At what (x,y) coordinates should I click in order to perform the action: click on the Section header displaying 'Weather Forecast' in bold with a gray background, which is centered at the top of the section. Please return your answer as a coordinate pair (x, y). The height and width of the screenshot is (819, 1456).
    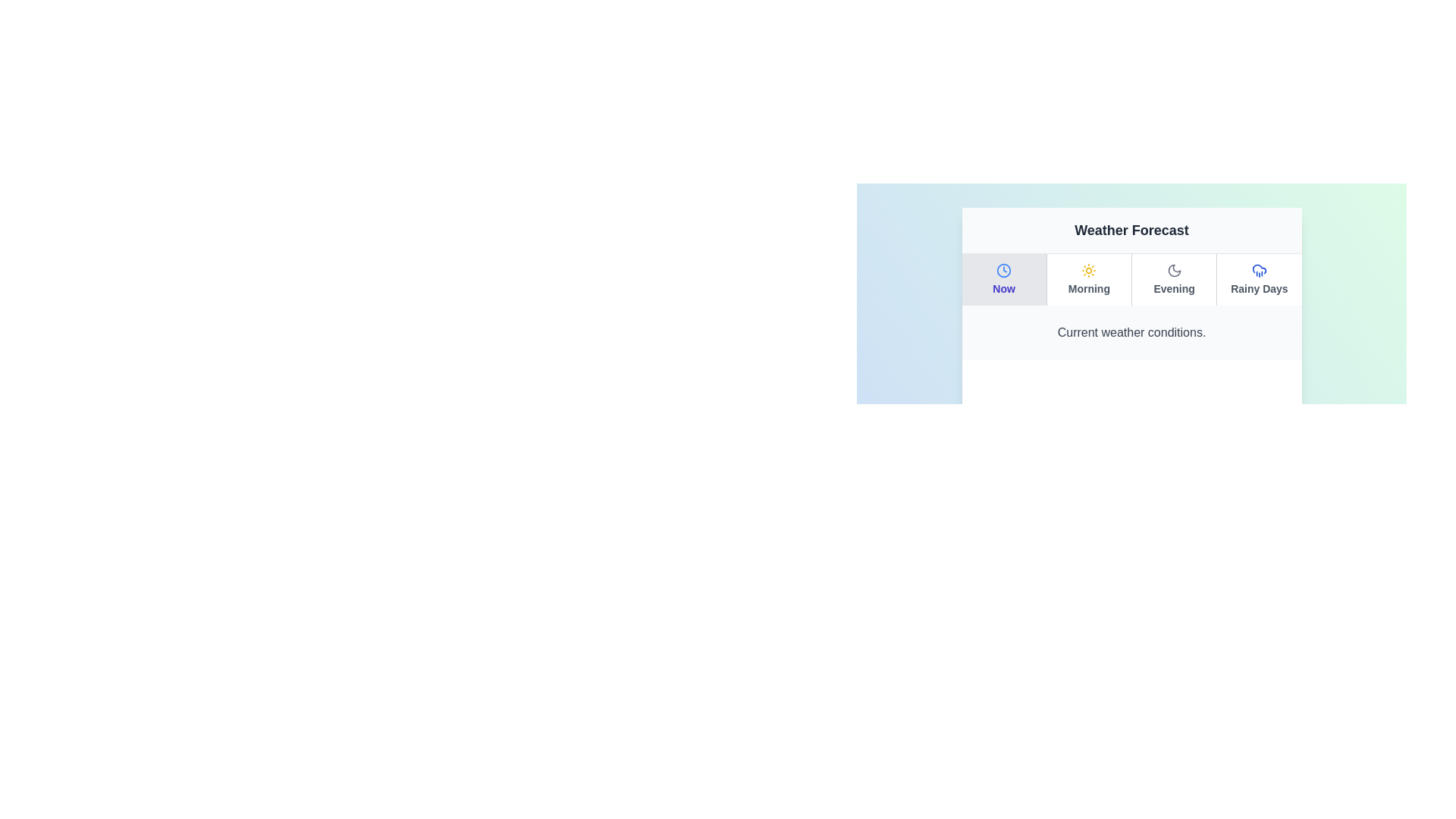
    Looking at the image, I should click on (1131, 231).